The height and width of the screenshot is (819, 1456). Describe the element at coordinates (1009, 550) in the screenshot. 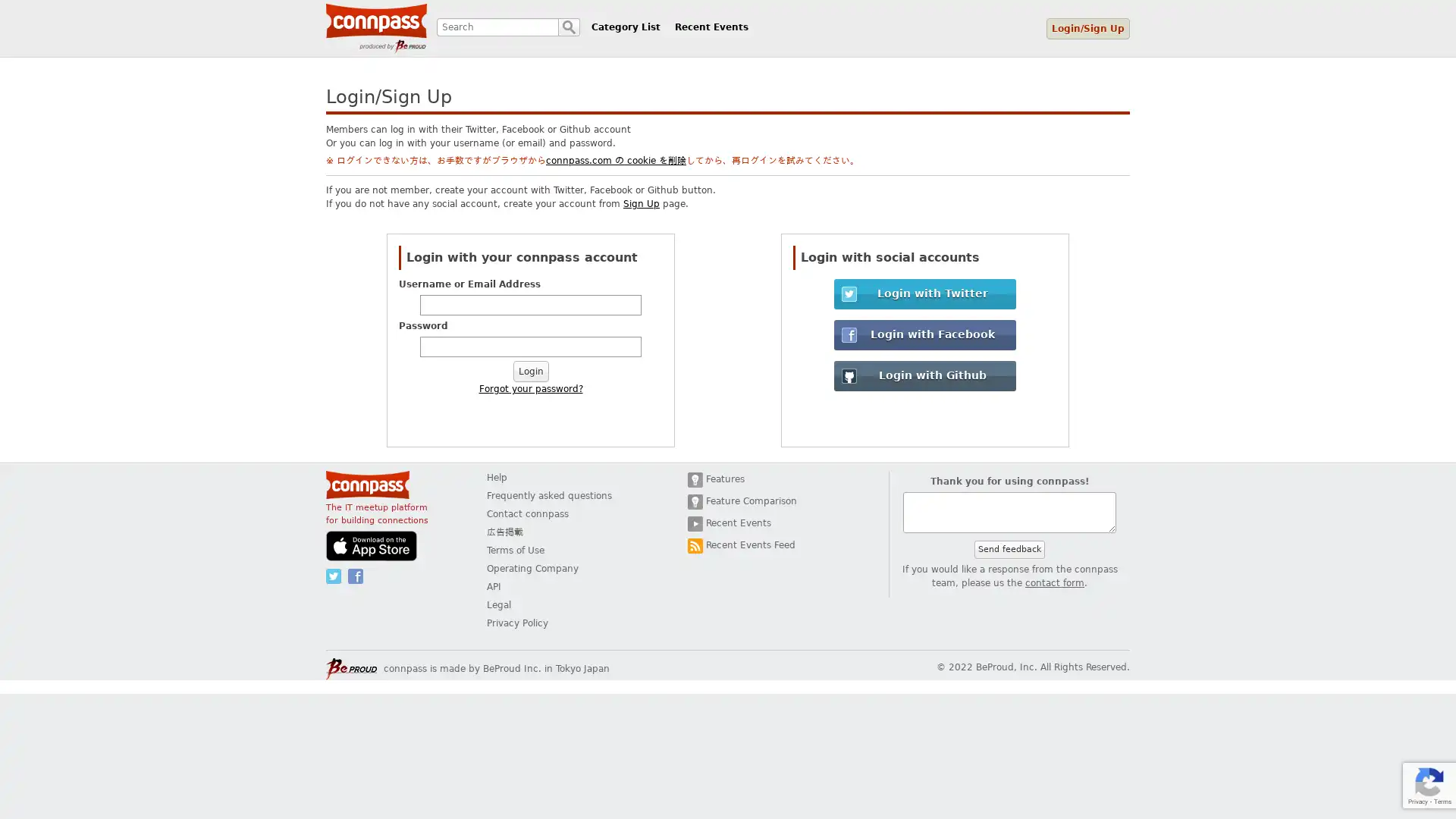

I see `Send feedback` at that location.